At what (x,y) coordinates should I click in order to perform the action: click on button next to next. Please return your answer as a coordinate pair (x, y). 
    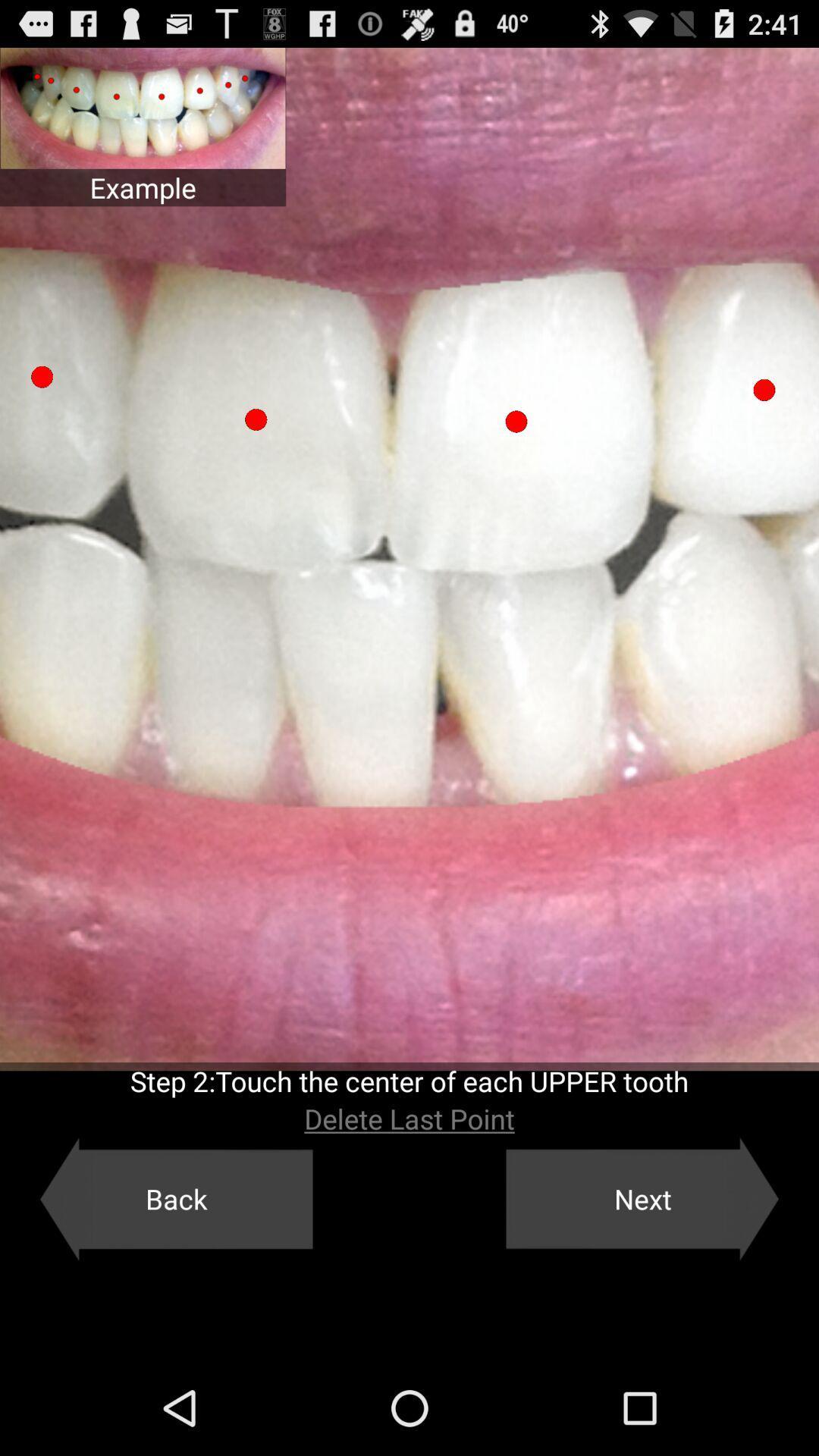
    Looking at the image, I should click on (175, 1198).